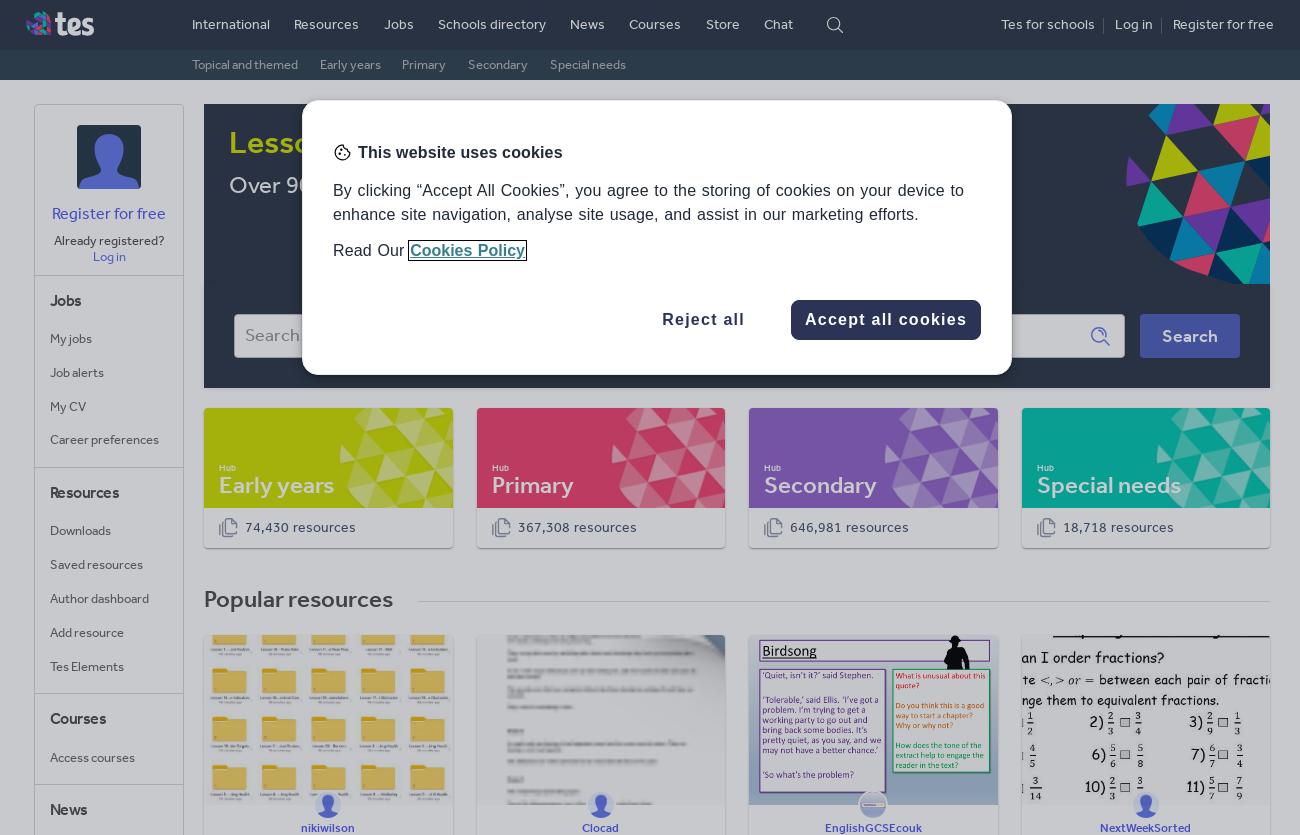 Image resolution: width=1300 pixels, height=835 pixels. Describe the element at coordinates (575, 527) in the screenshot. I see `'367,308 resources'` at that location.